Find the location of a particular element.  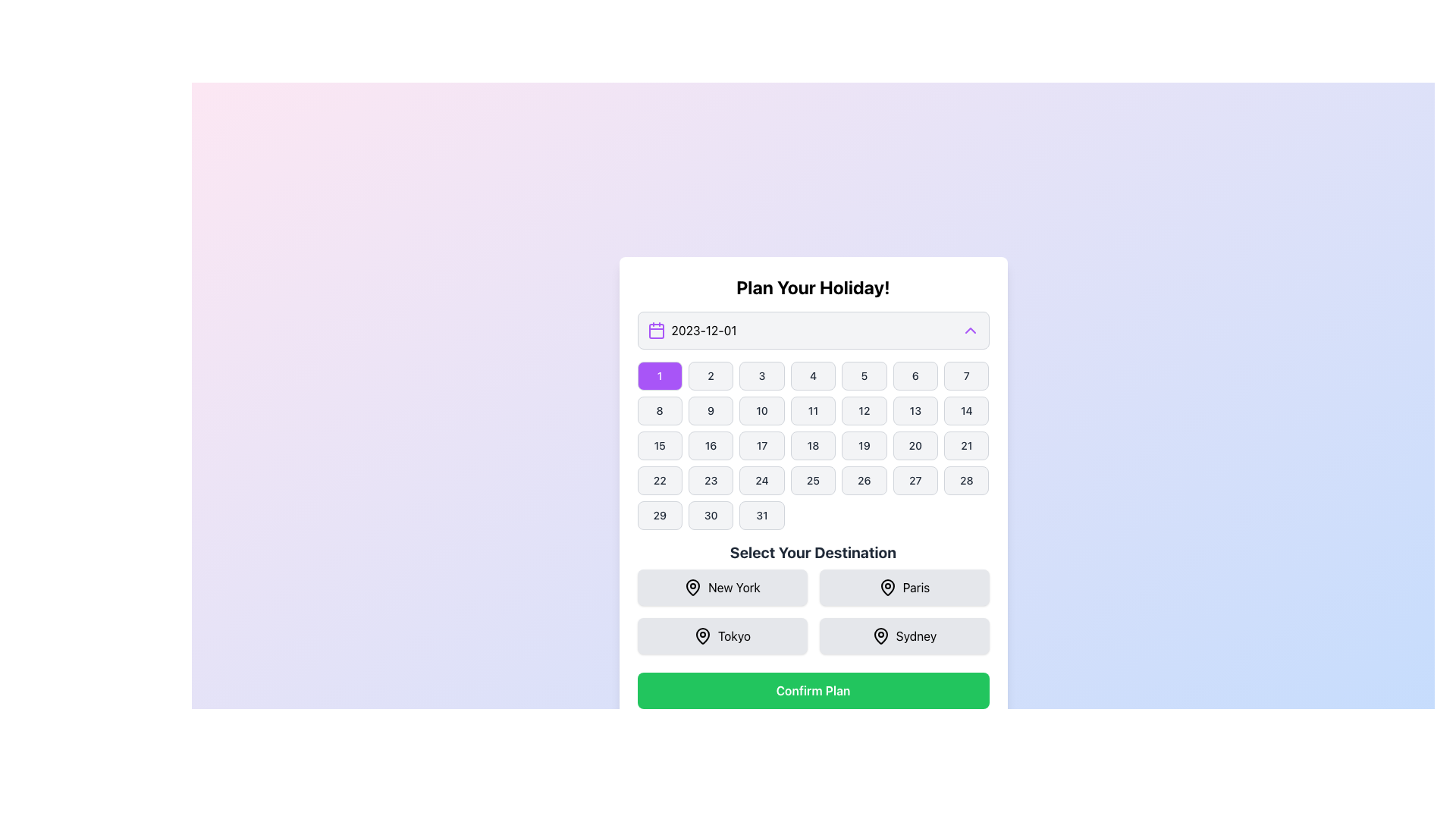

the calendar date button labeled '11' is located at coordinates (812, 411).